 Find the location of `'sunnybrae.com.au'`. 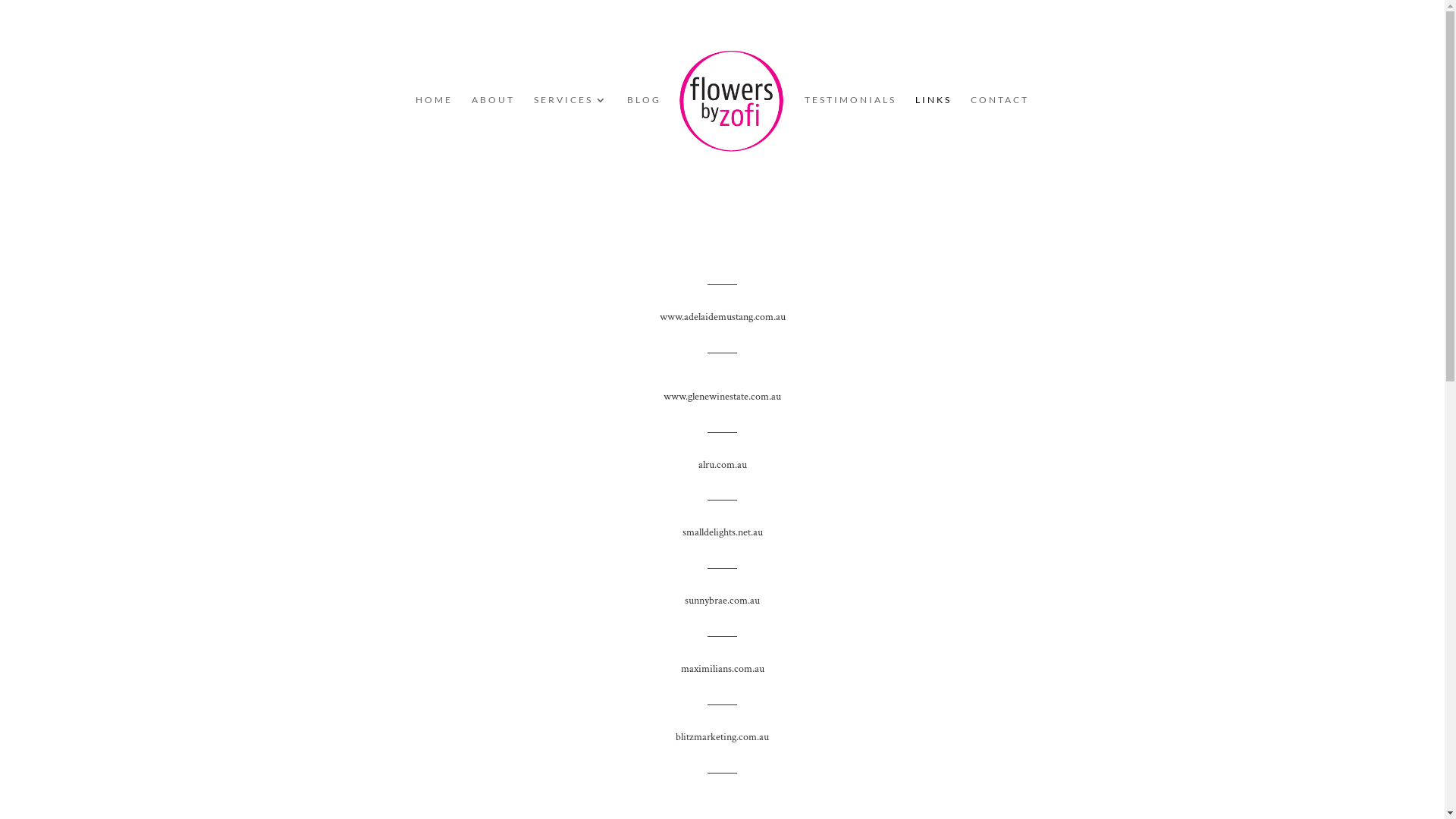

'sunnybrae.com.au' is located at coordinates (721, 599).